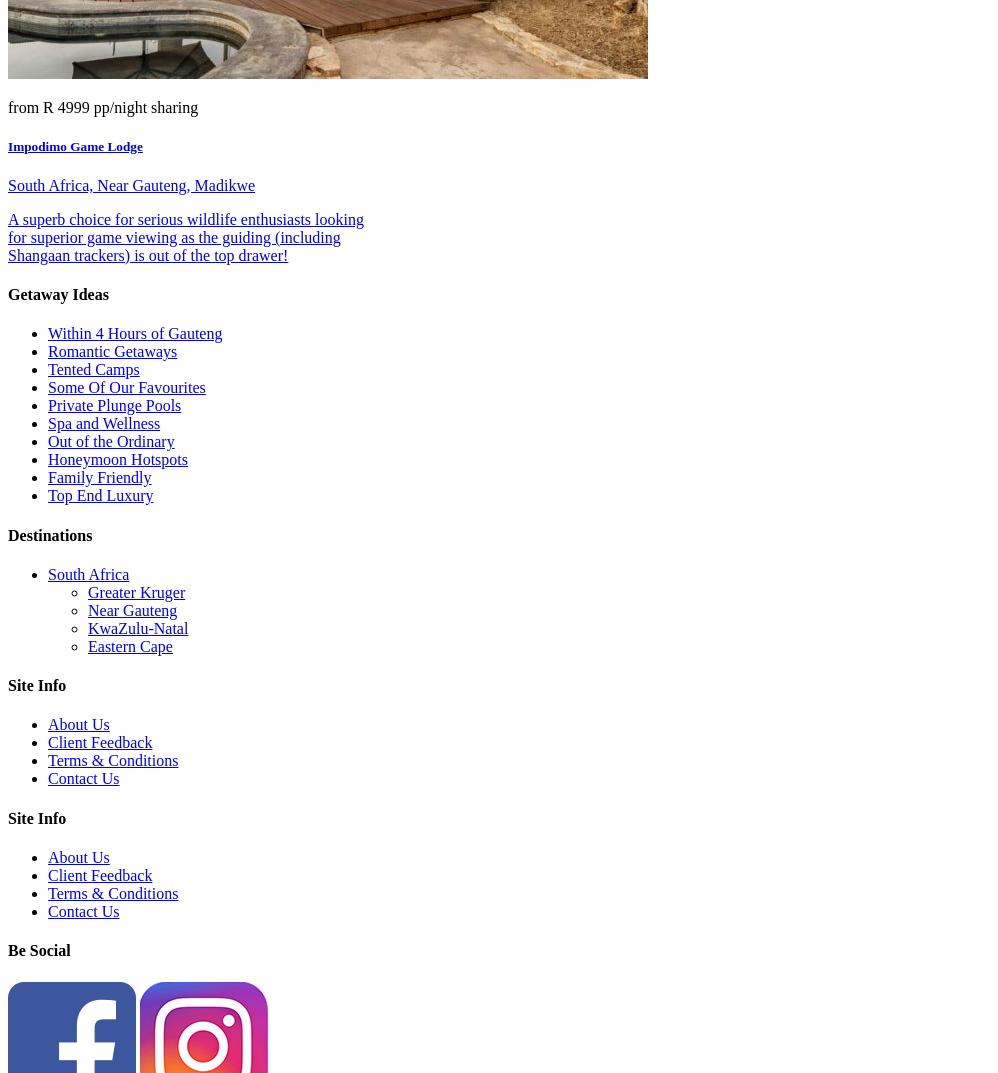 This screenshot has width=998, height=1073. I want to click on 'South Africa, Near Gauteng, Madikwe', so click(131, 184).